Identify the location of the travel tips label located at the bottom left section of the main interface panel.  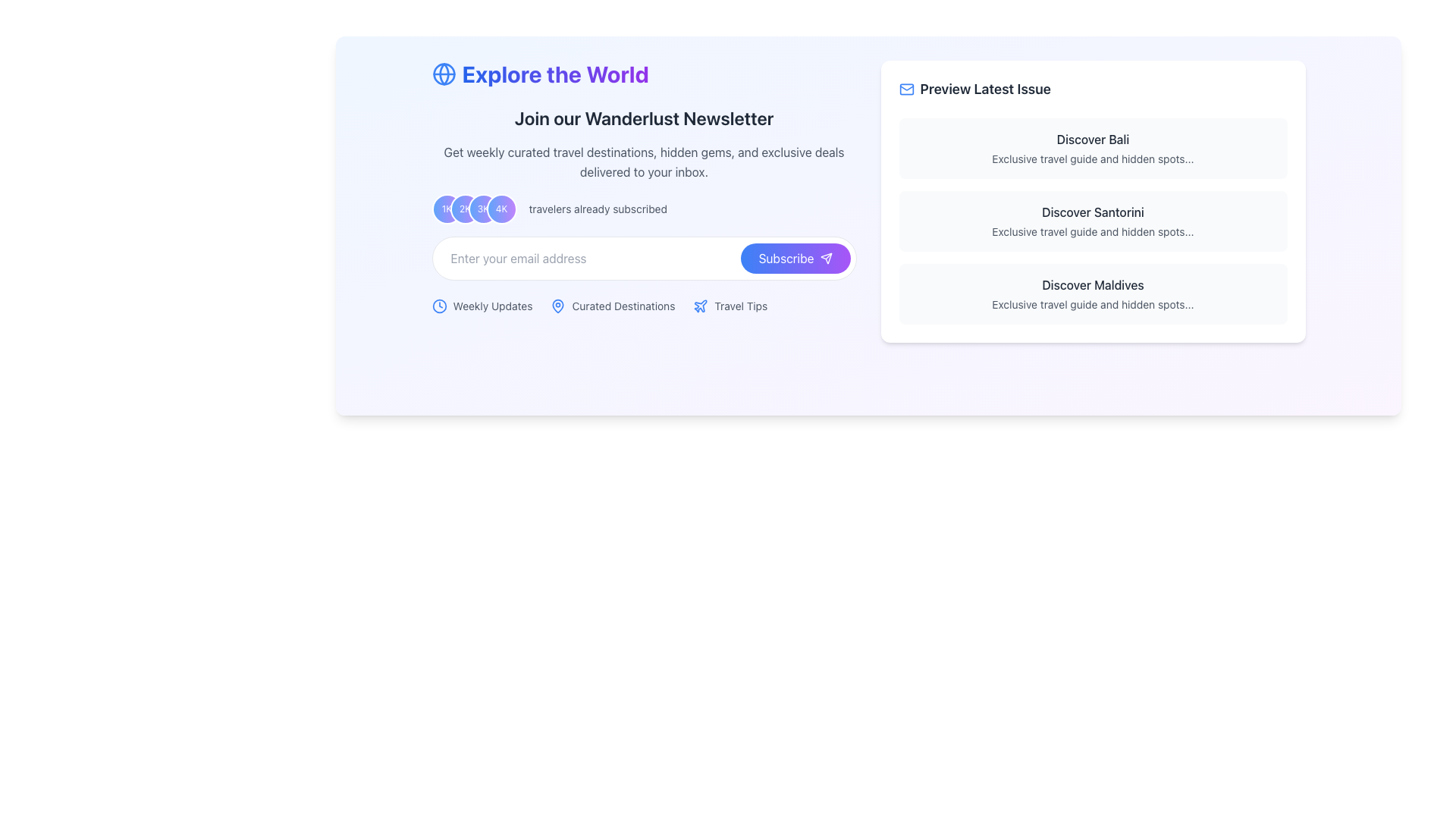
(730, 306).